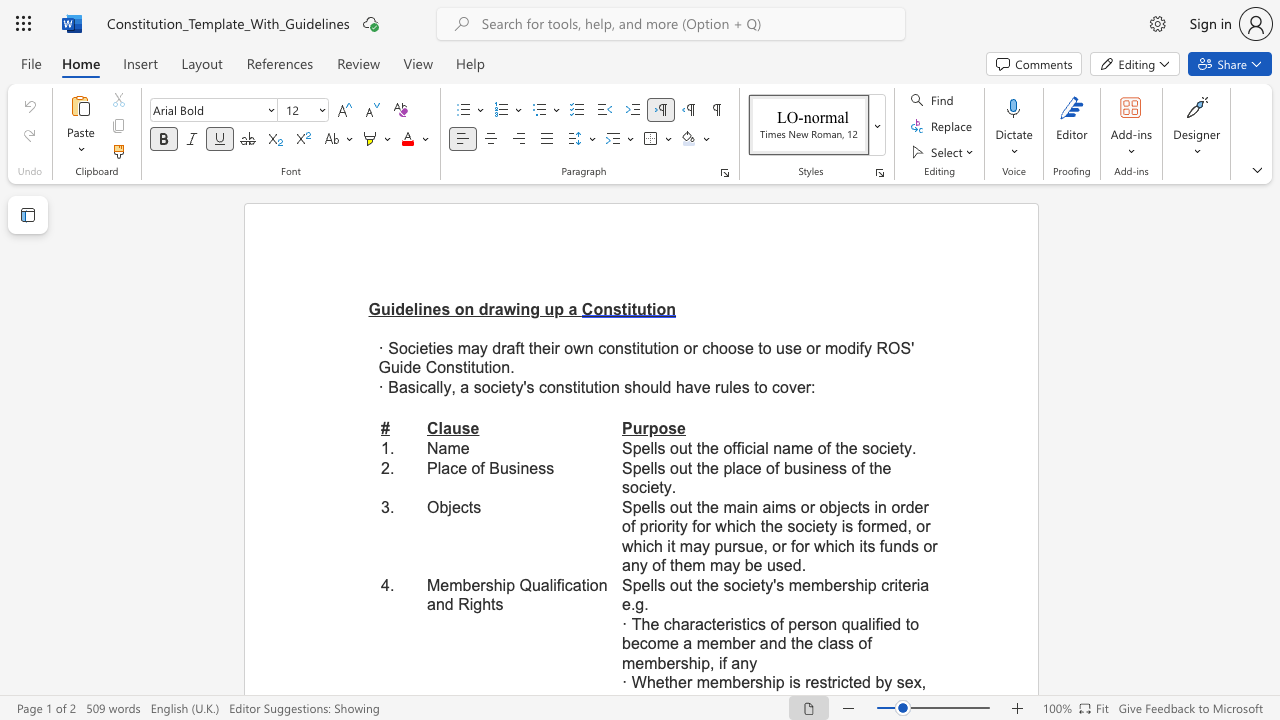  I want to click on the subset text "ce of B" within the text "Place of Business", so click(449, 468).